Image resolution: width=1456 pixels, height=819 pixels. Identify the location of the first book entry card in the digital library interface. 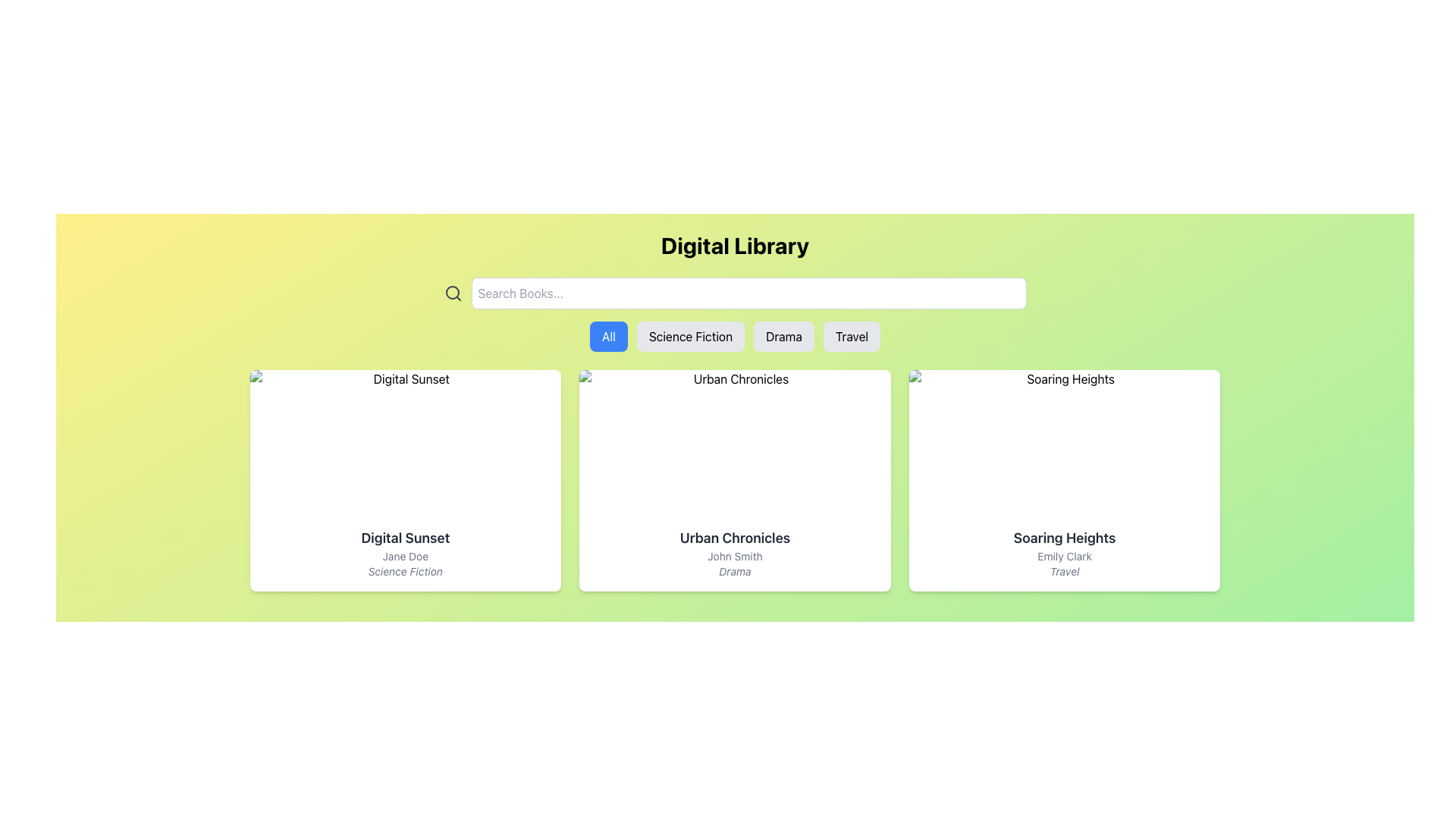
(405, 480).